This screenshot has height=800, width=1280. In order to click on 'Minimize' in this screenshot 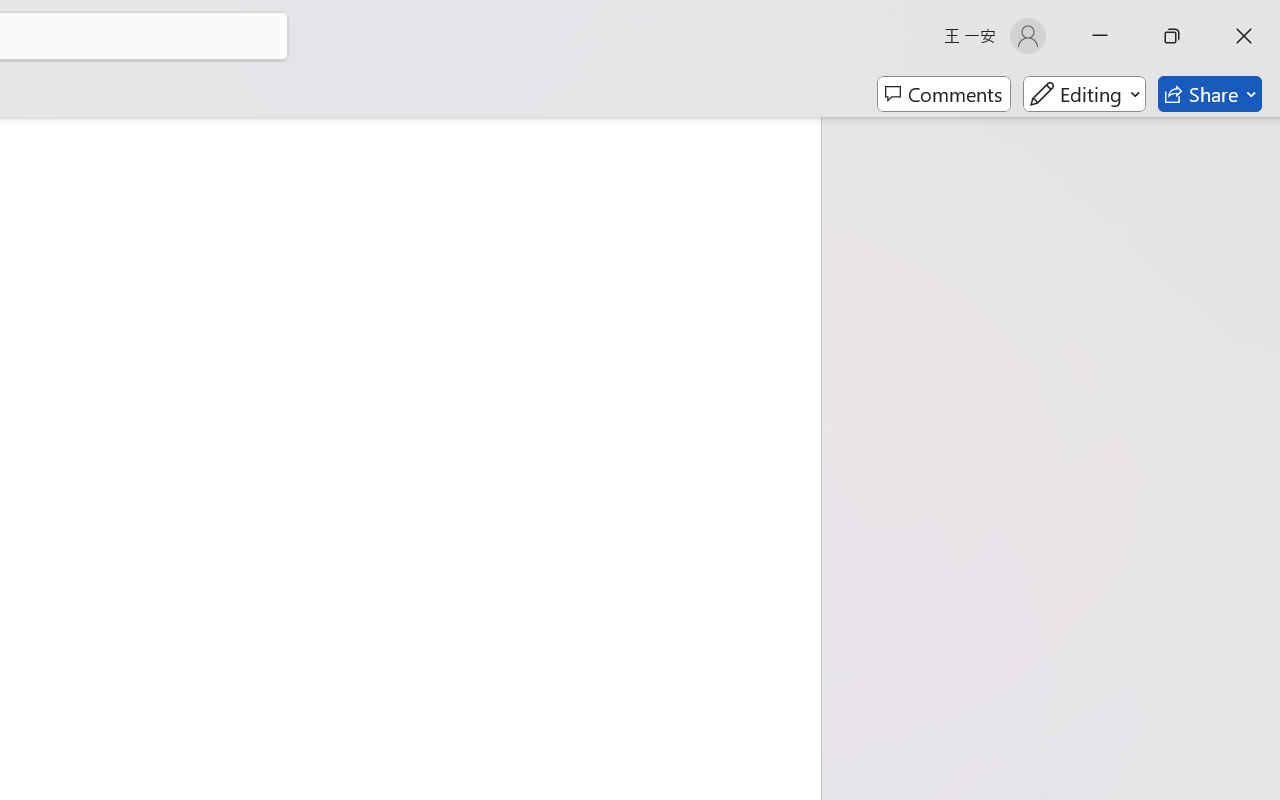, I will do `click(1099, 35)`.